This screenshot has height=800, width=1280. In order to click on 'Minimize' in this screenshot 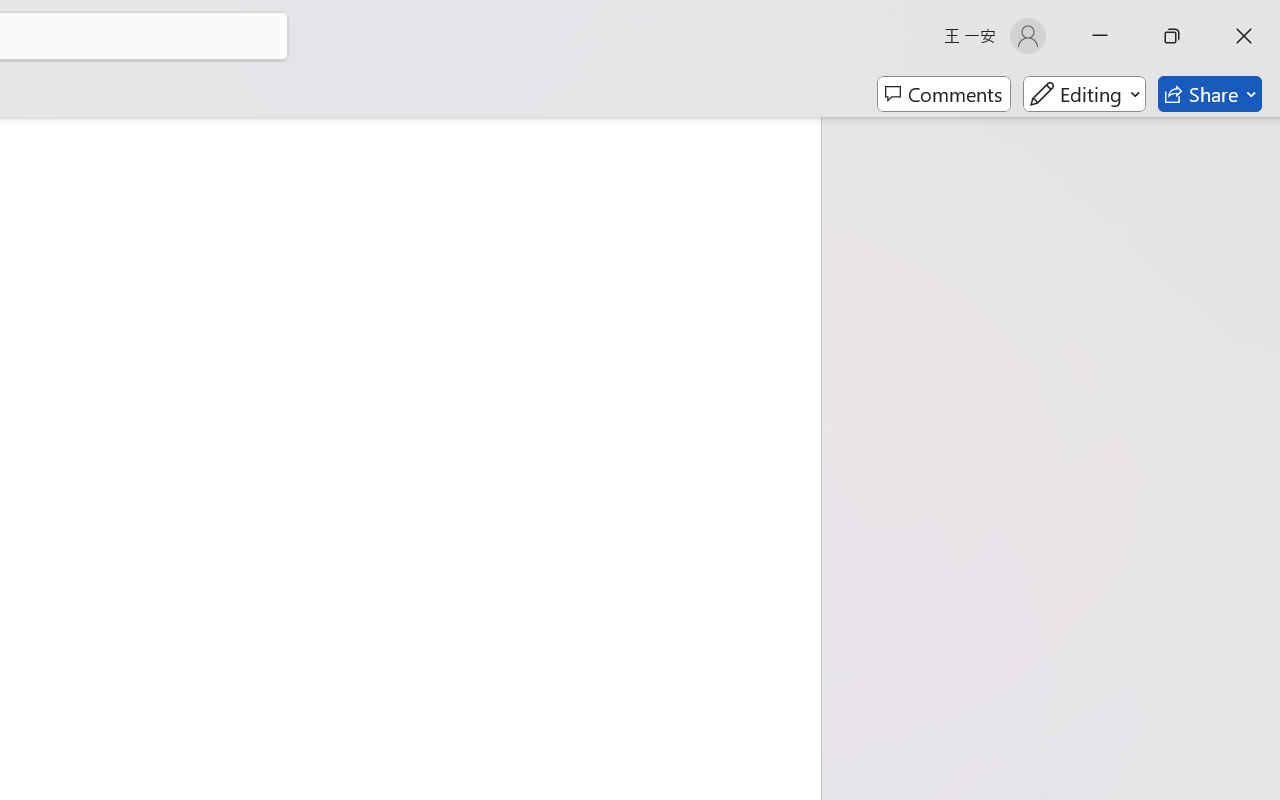, I will do `click(1099, 35)`.